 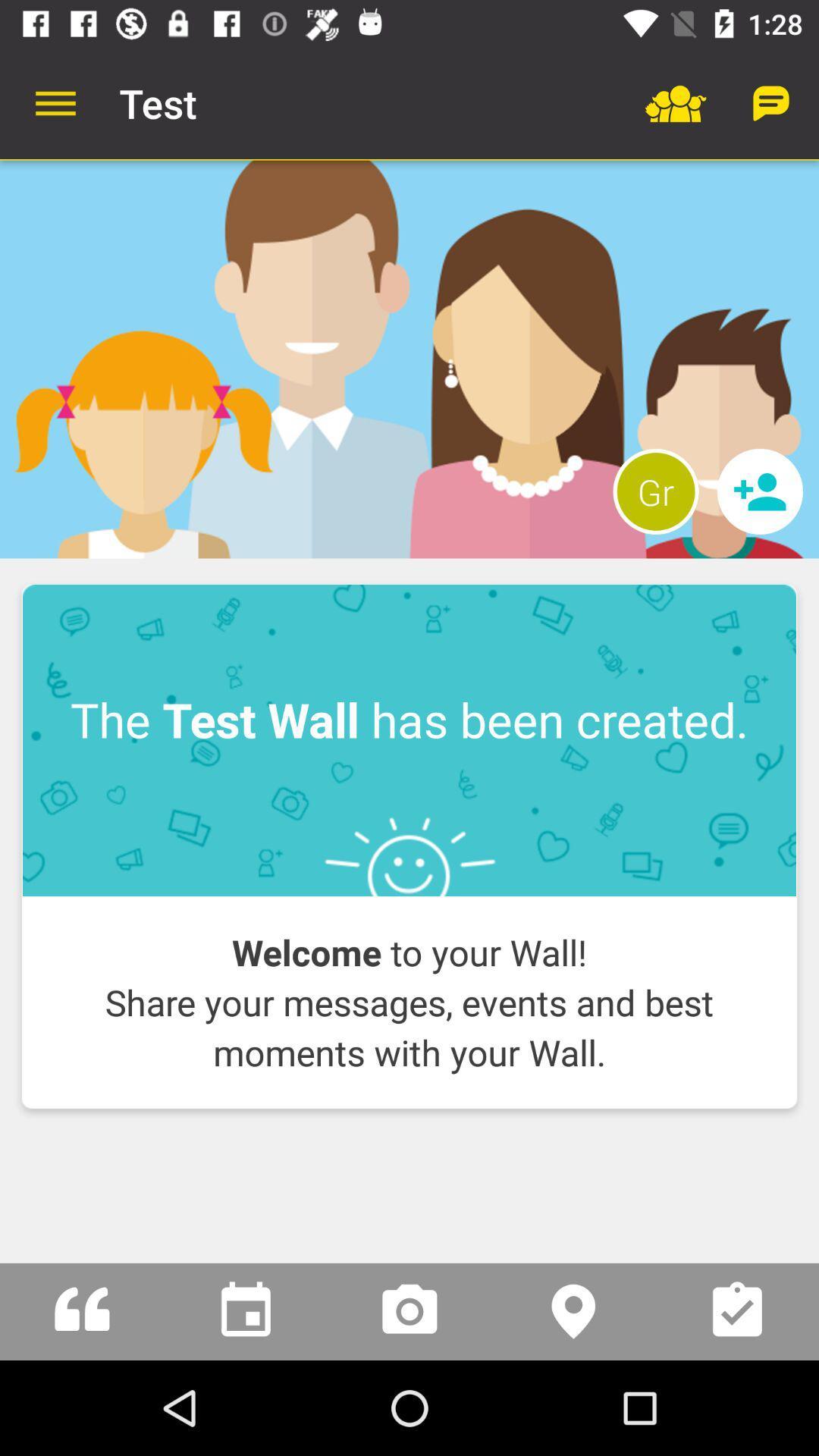 What do you see at coordinates (409, 359) in the screenshot?
I see `the item at the top` at bounding box center [409, 359].